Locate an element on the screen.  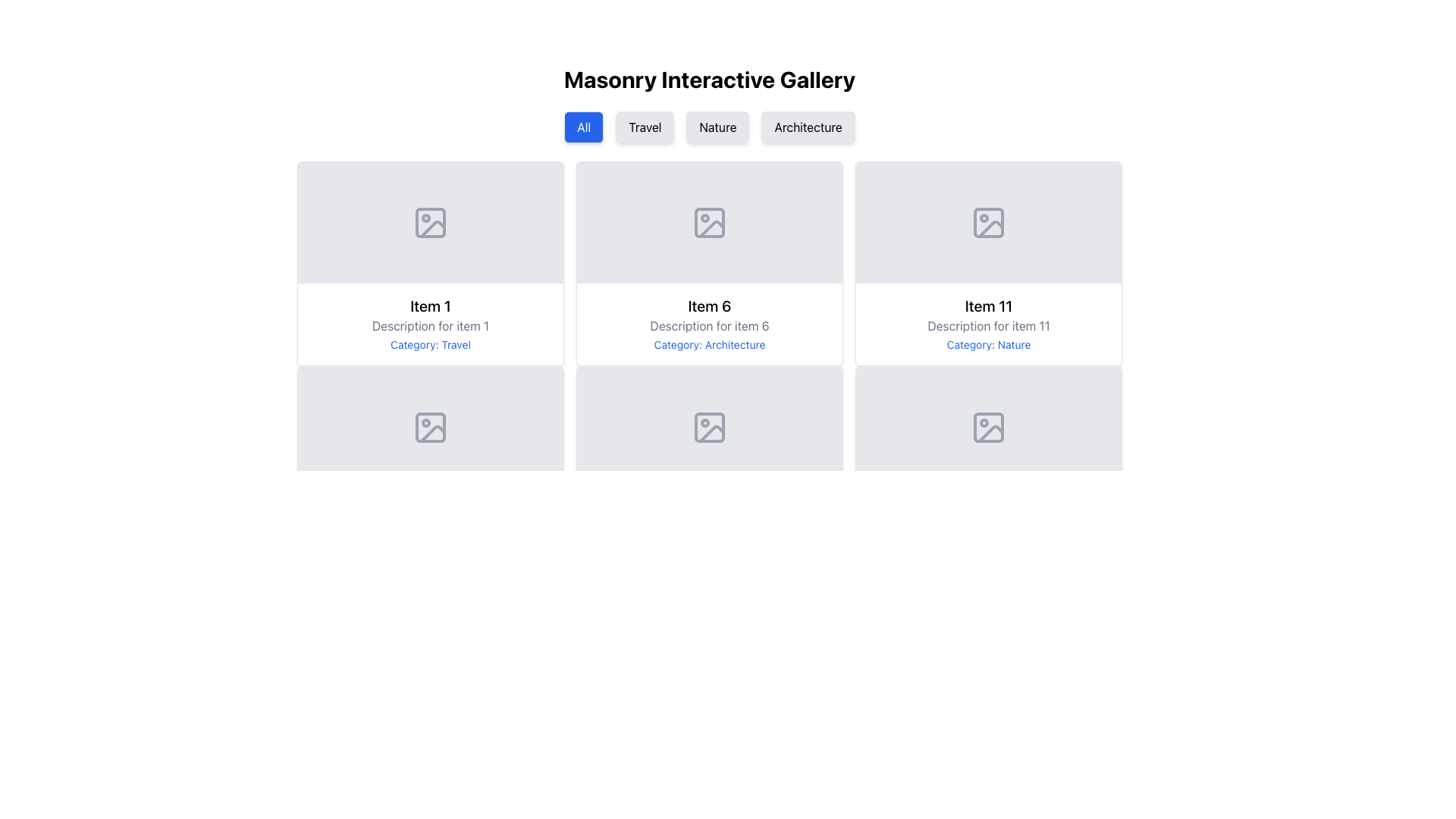
the SVG rectangular shape in the upper-left corner of the card labeled 'Item 1' in the Masonry Interactive Gallery, which serves as a placeholder for the item's image is located at coordinates (429, 222).